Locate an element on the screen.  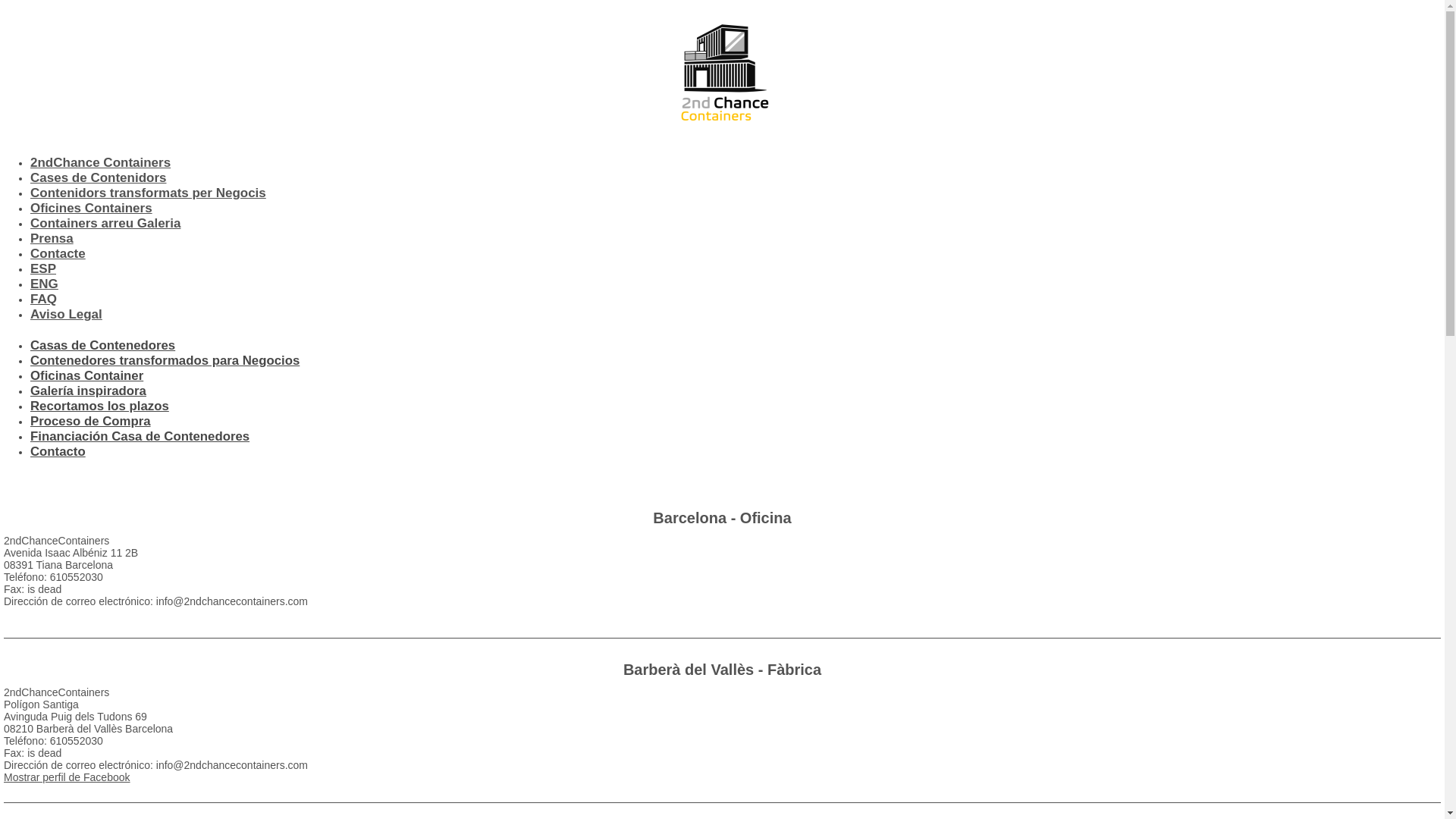
'ESP' is located at coordinates (30, 268).